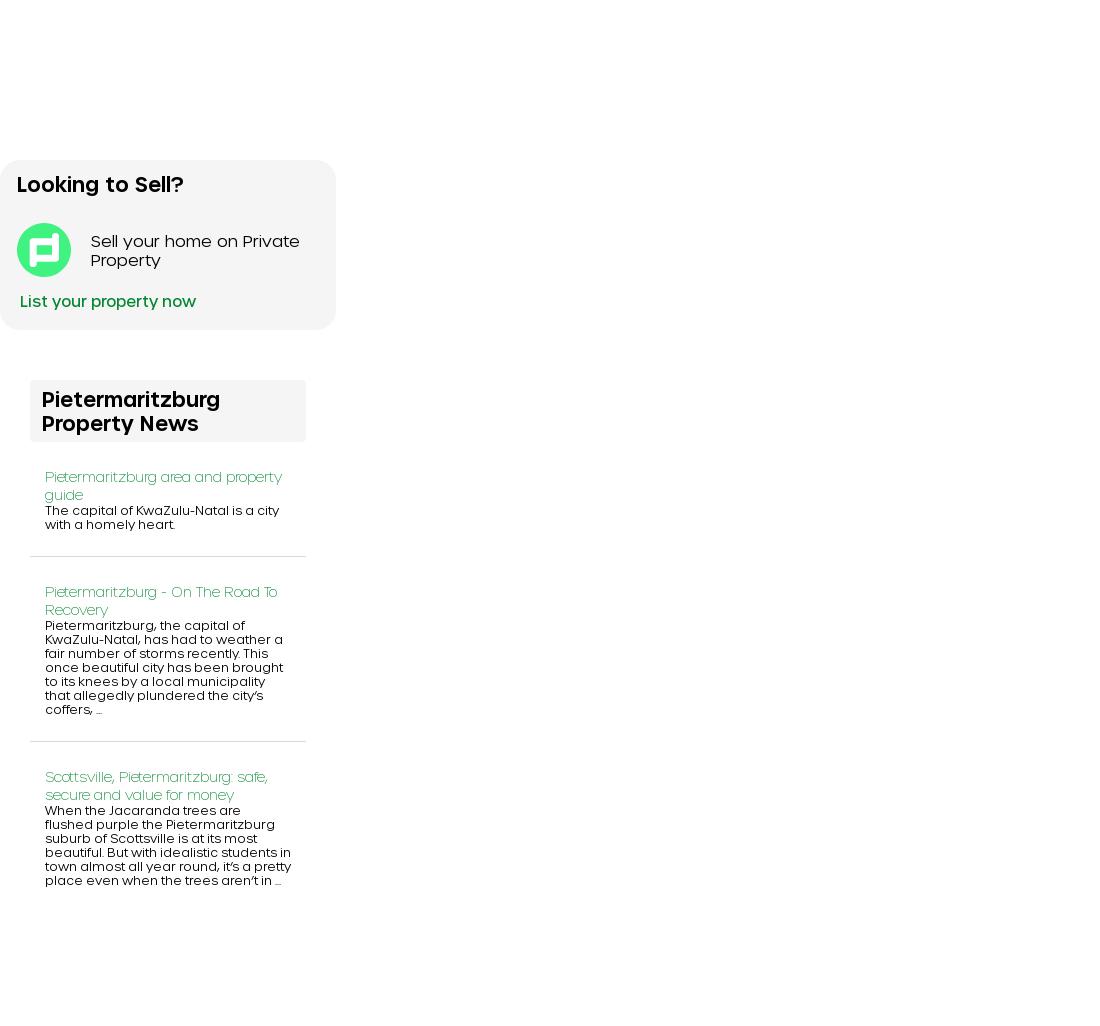 The width and height of the screenshot is (1100, 1026). Describe the element at coordinates (161, 515) in the screenshot. I see `'The capital of KwaZulu-Natal is a city with a homely heart.'` at that location.